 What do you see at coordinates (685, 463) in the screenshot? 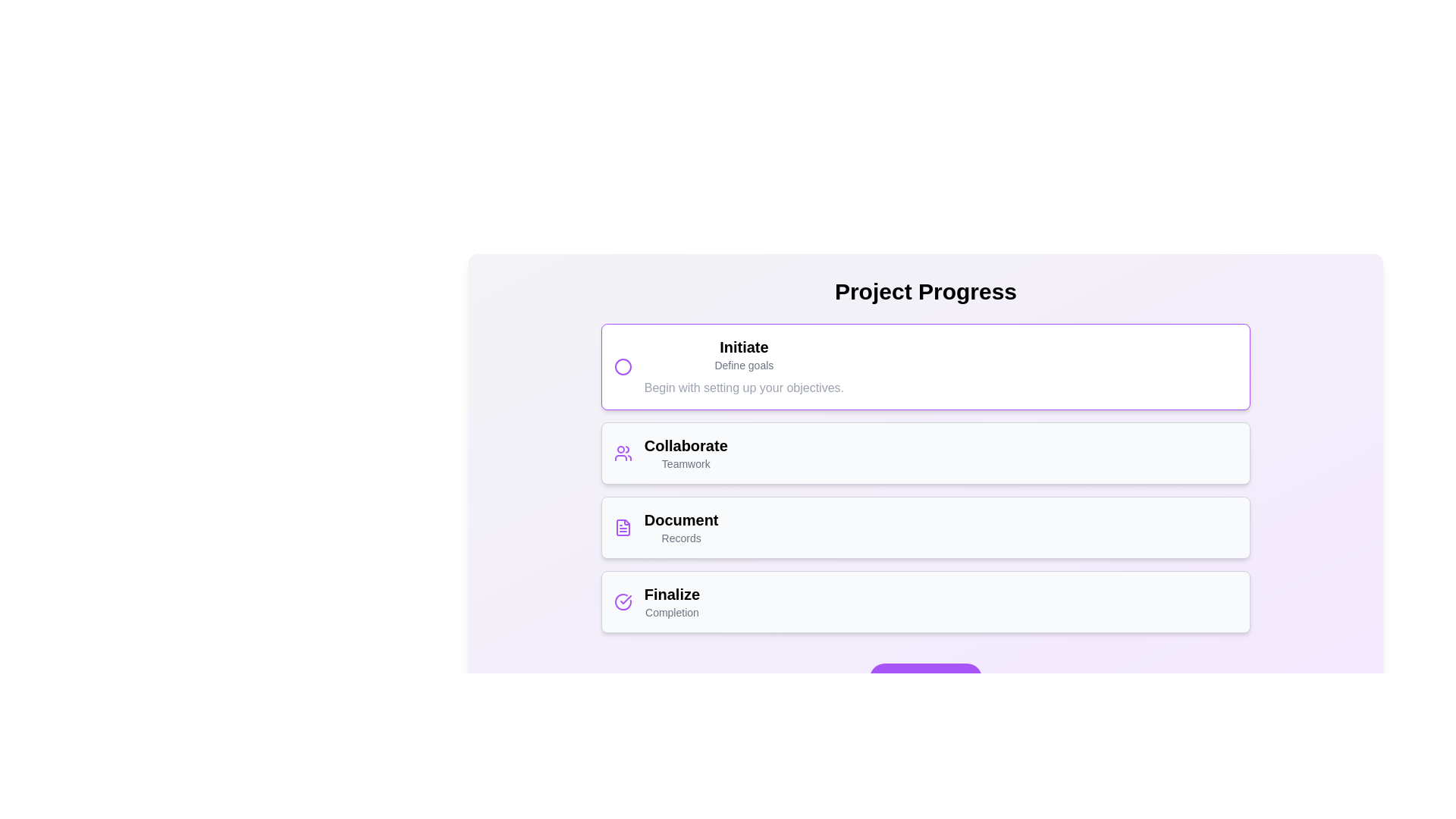
I see `the text label displaying 'Teamwork' located beneath the 'Collaborate' title within the 'Collaborate' card` at bounding box center [685, 463].